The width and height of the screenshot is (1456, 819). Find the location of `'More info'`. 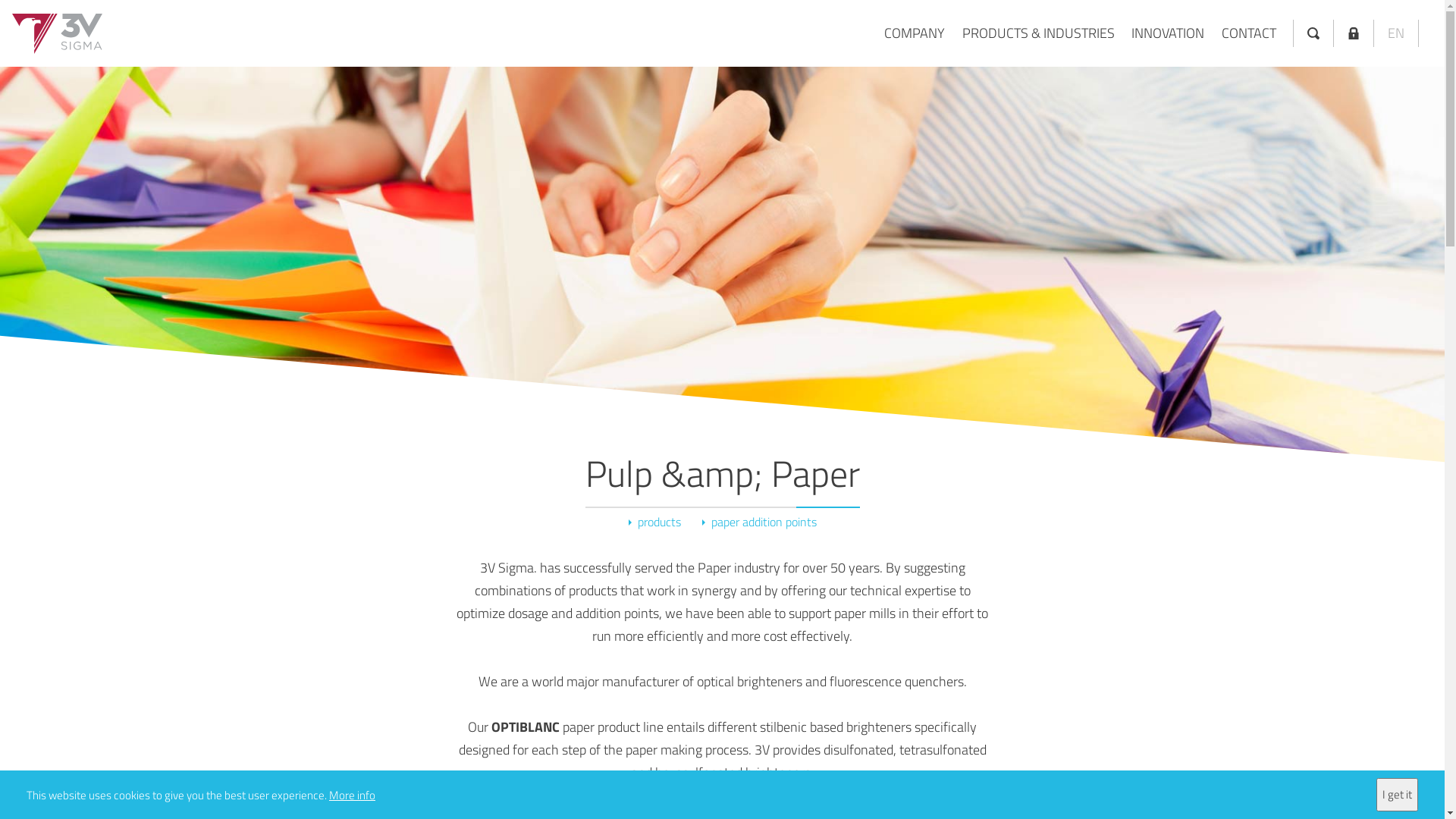

'More info' is located at coordinates (351, 793).